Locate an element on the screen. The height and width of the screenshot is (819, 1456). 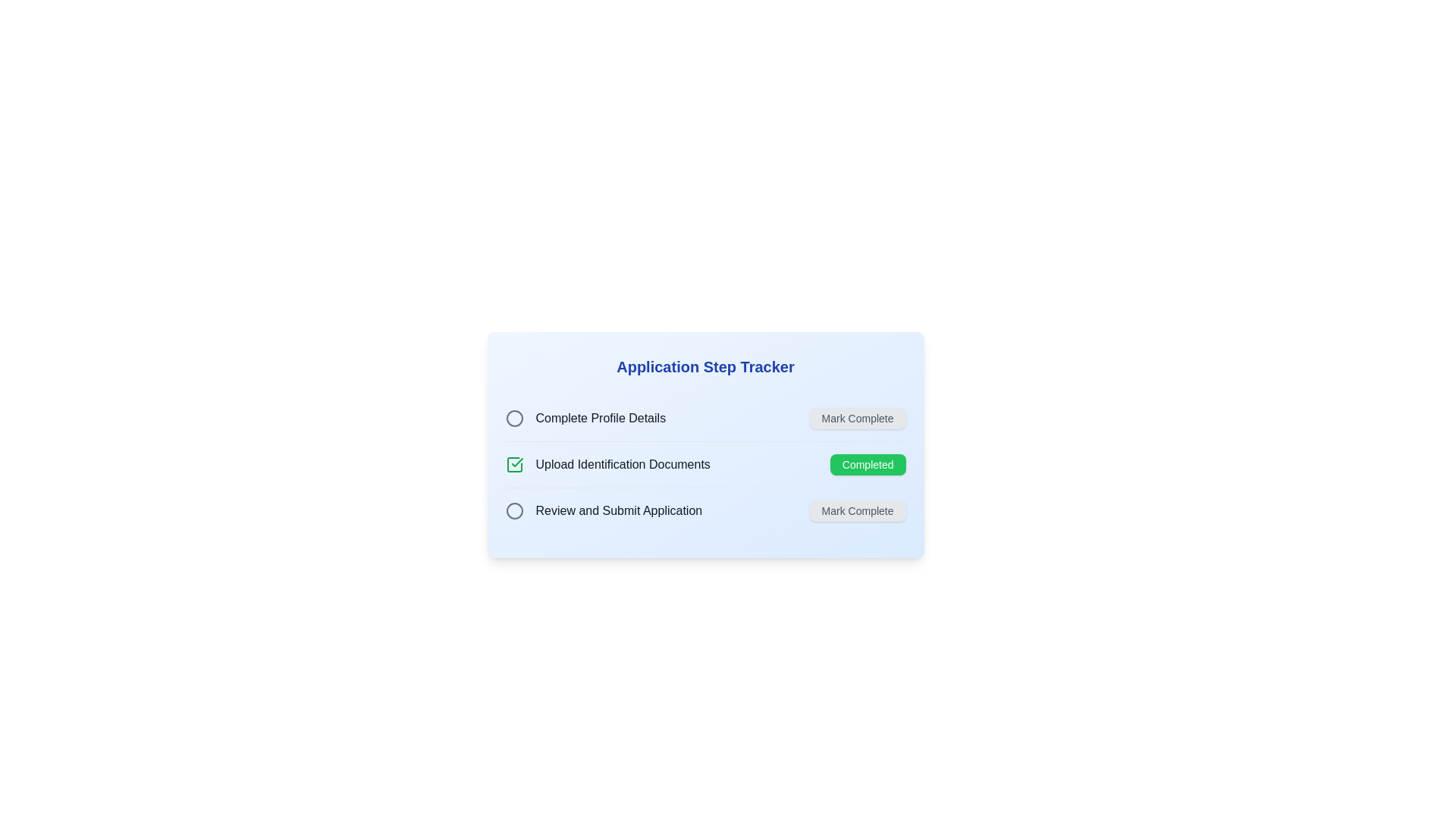
the first item in the 'Application Step Tracker' list that allows users to mark the profile completion step as complete is located at coordinates (704, 418).